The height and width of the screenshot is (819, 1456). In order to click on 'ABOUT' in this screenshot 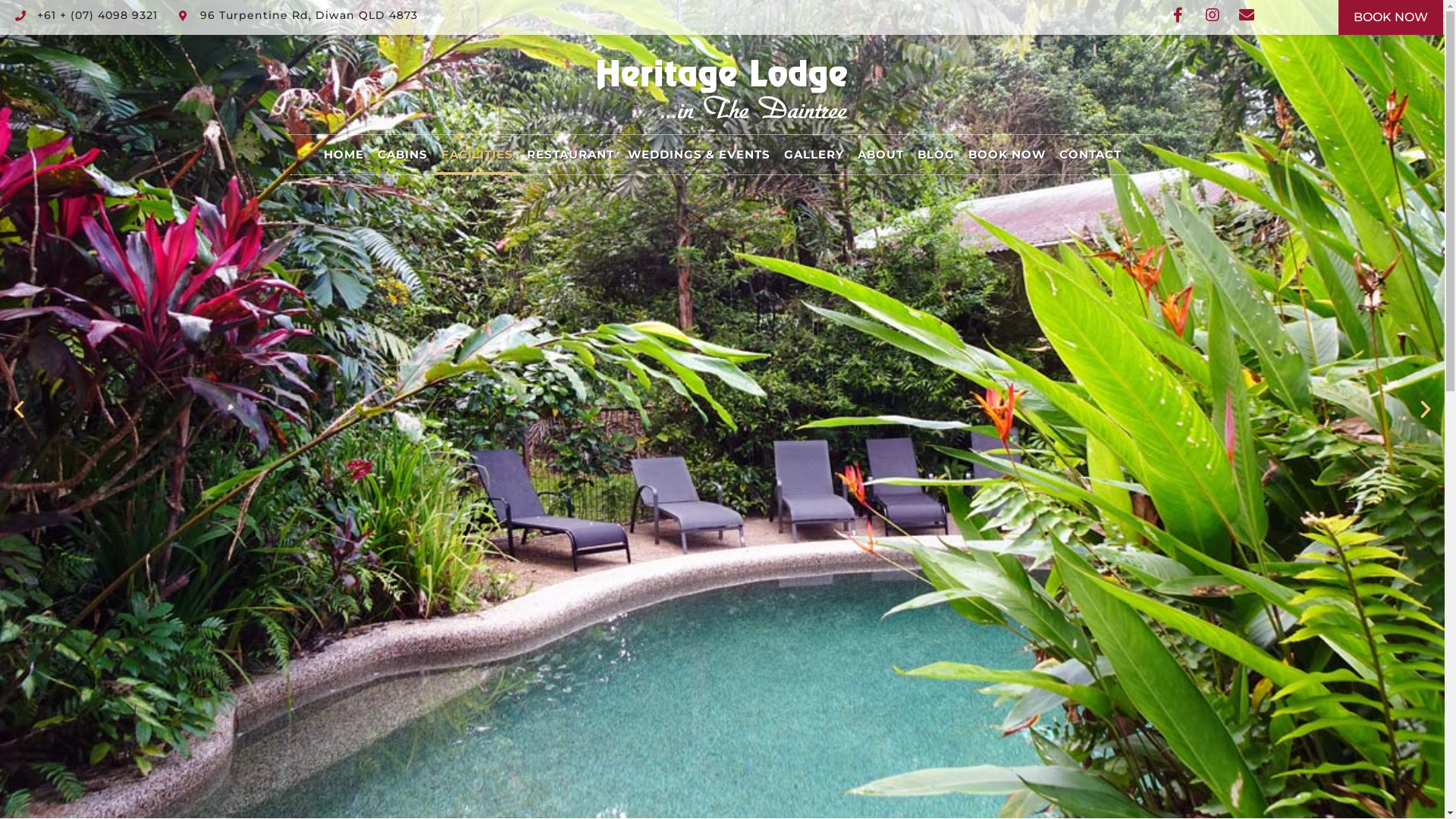, I will do `click(880, 155)`.